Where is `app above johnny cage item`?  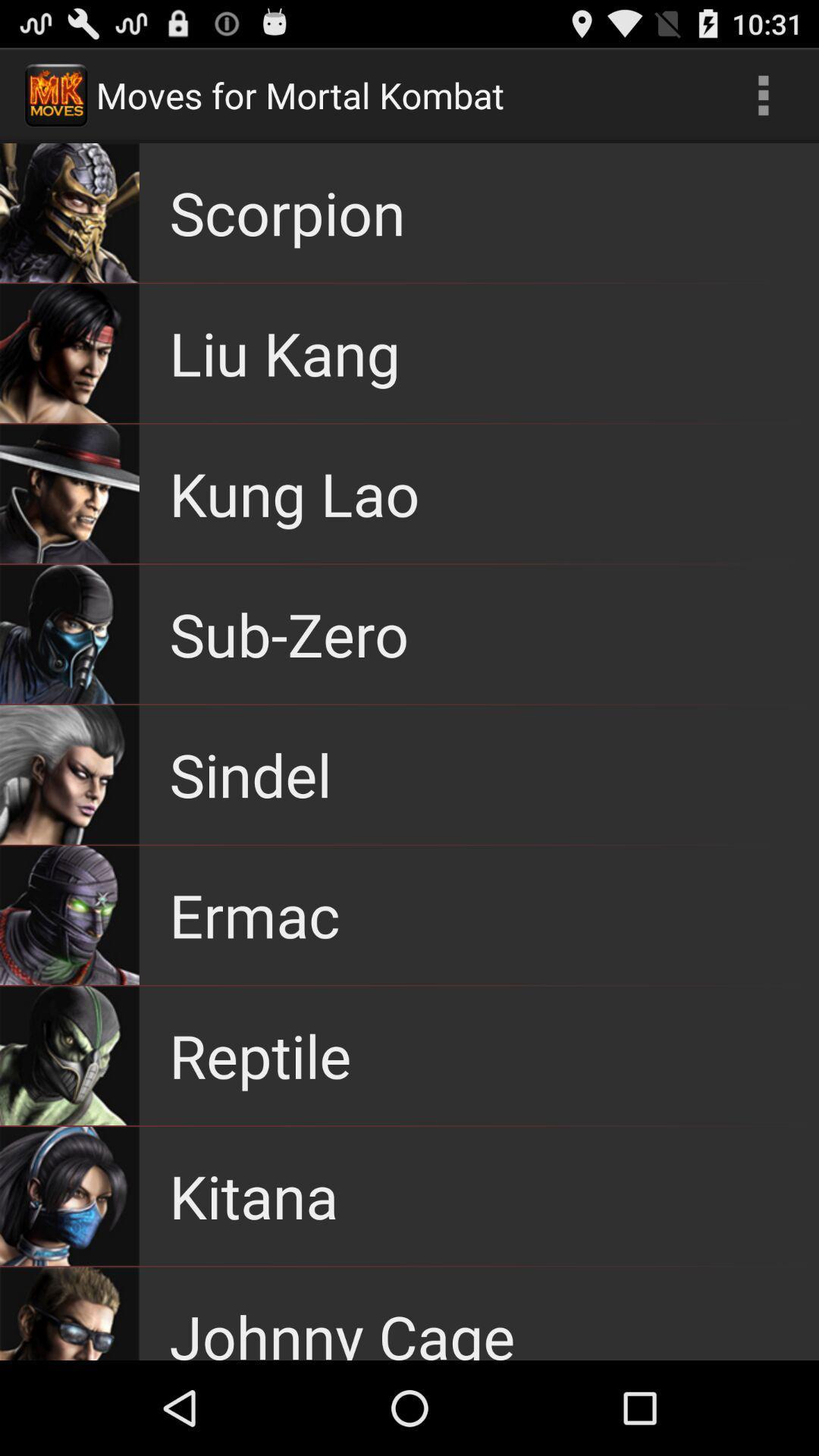 app above johnny cage item is located at coordinates (253, 1195).